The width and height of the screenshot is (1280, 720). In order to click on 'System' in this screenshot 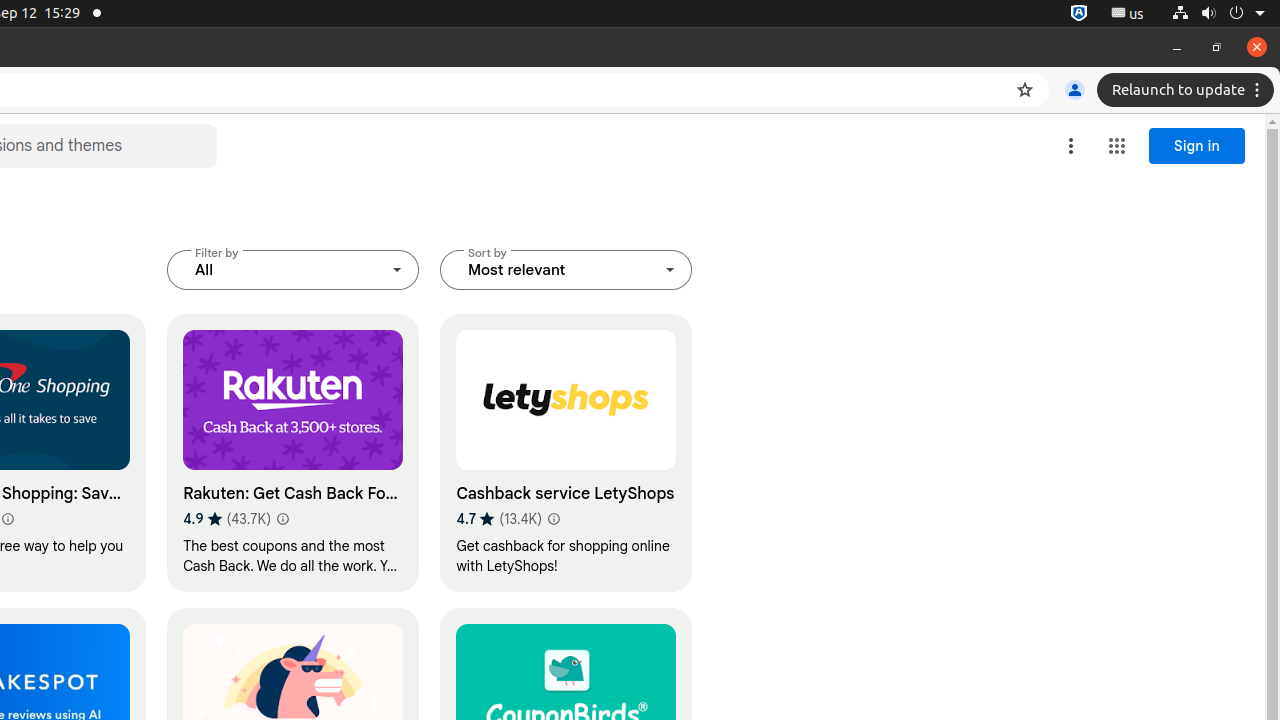, I will do `click(1217, 13)`.